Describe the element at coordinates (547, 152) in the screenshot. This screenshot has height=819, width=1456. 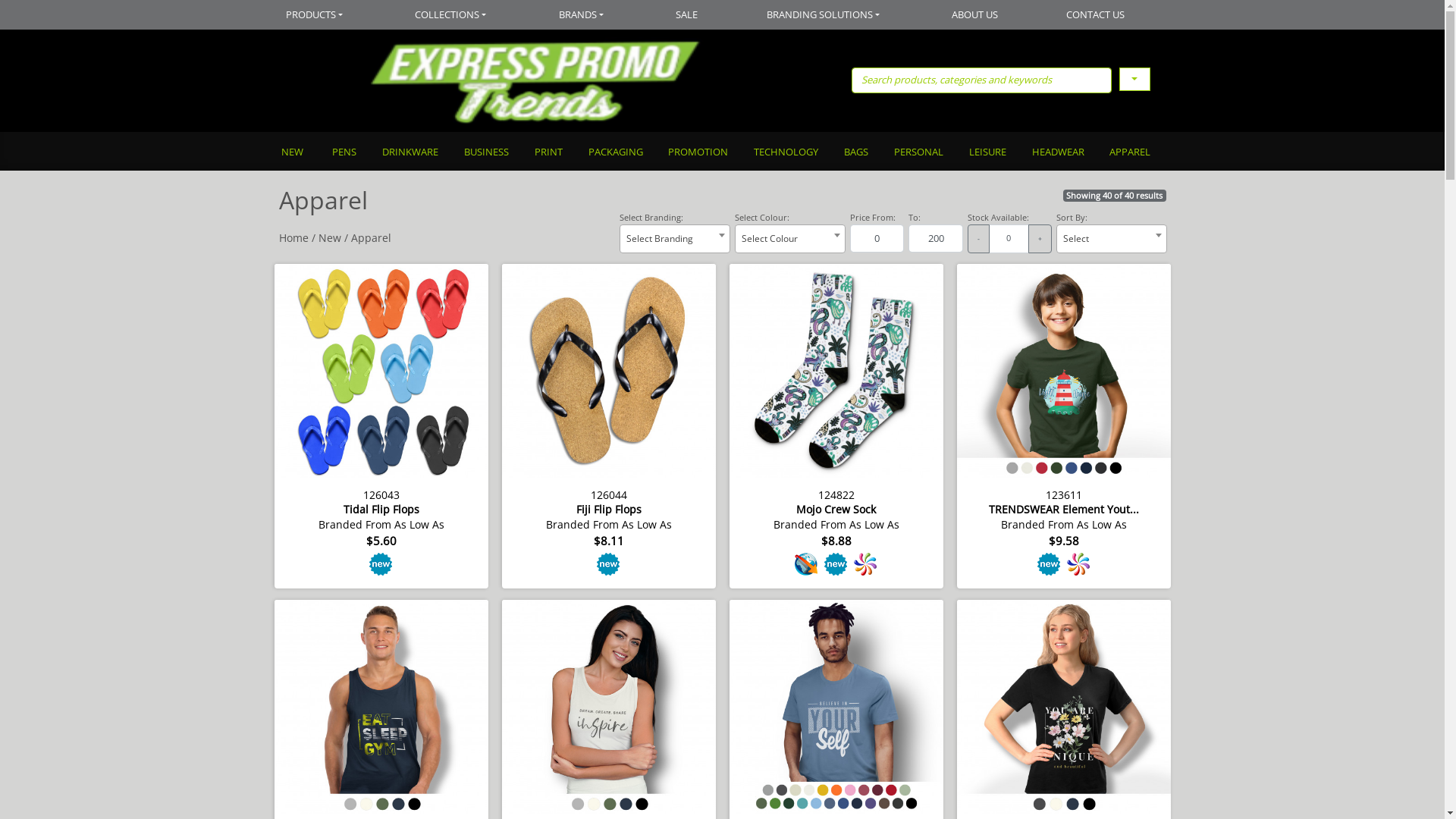
I see `'PRINT'` at that location.